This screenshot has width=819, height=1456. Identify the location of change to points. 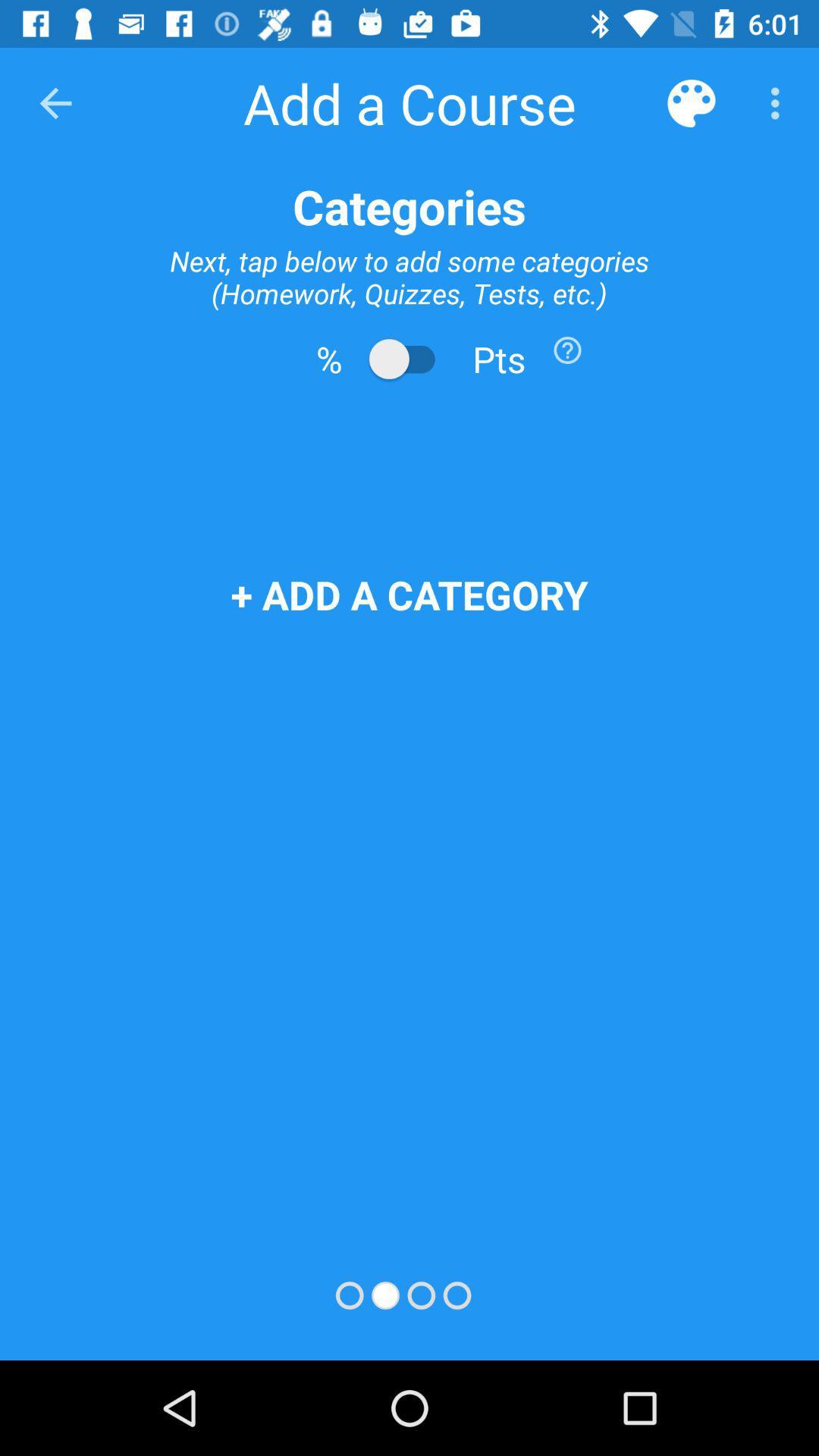
(409, 358).